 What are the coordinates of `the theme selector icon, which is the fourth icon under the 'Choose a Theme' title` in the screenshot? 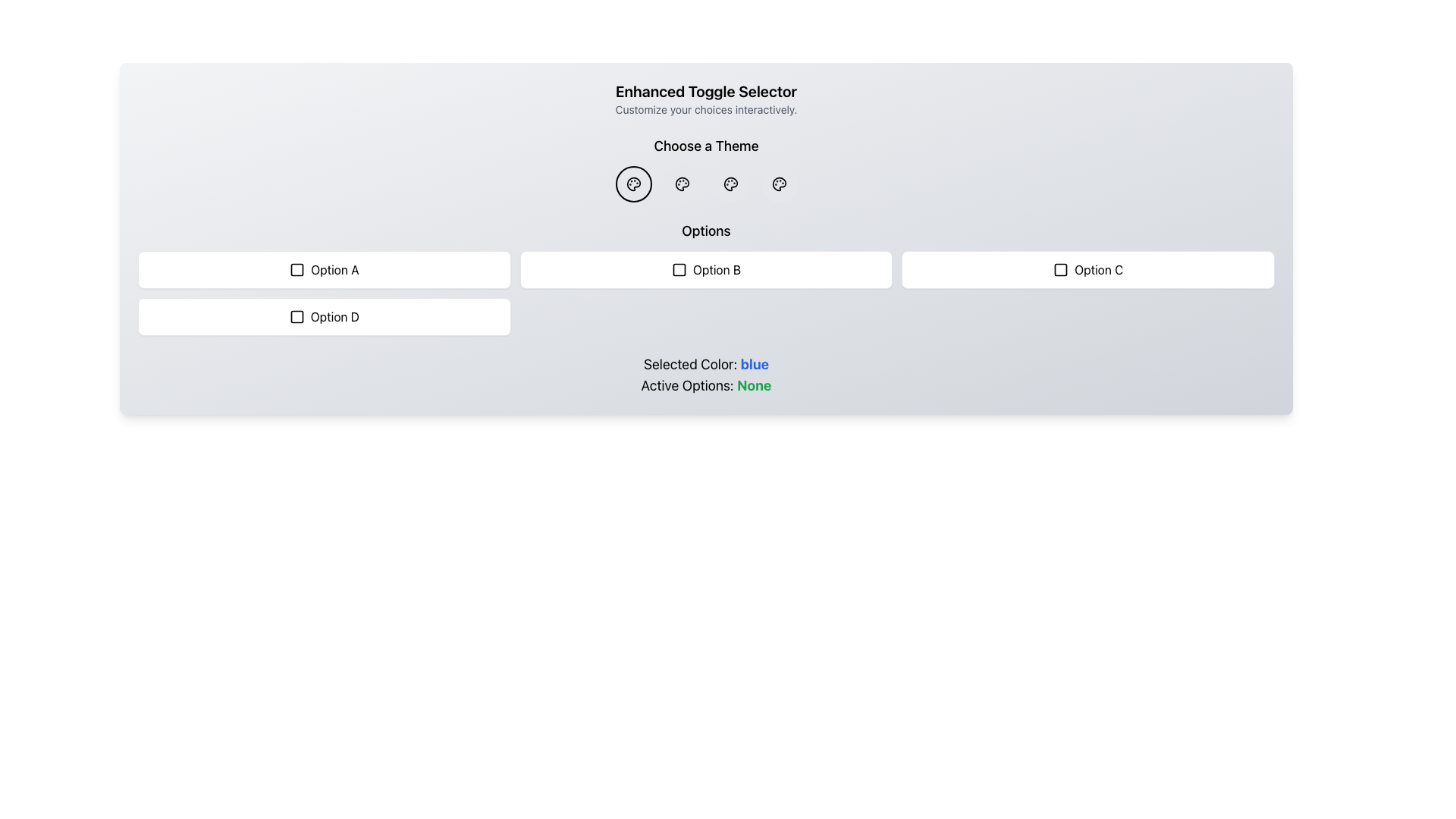 It's located at (779, 184).